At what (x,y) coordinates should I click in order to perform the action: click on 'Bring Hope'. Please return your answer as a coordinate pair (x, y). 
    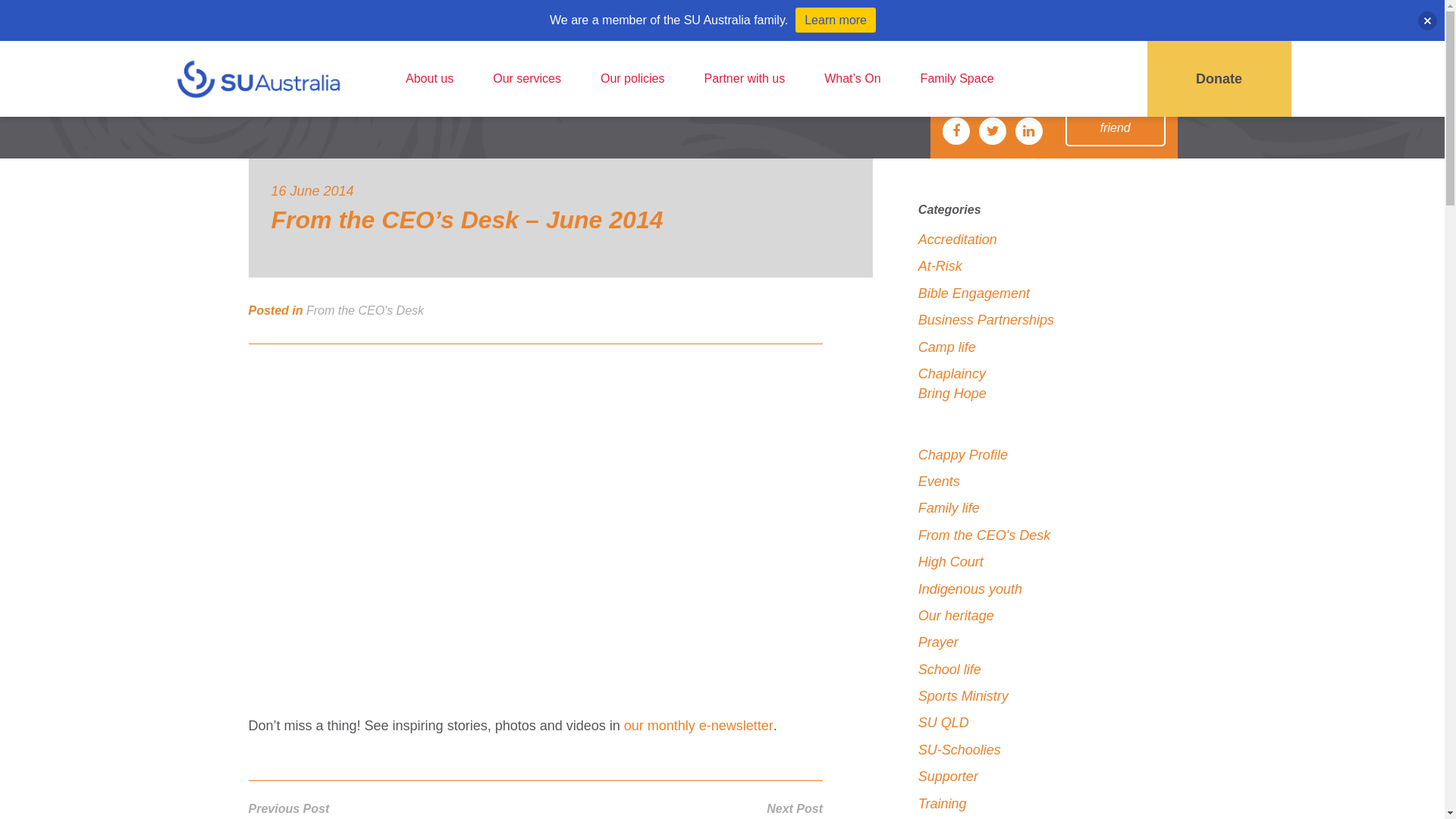
    Looking at the image, I should click on (952, 393).